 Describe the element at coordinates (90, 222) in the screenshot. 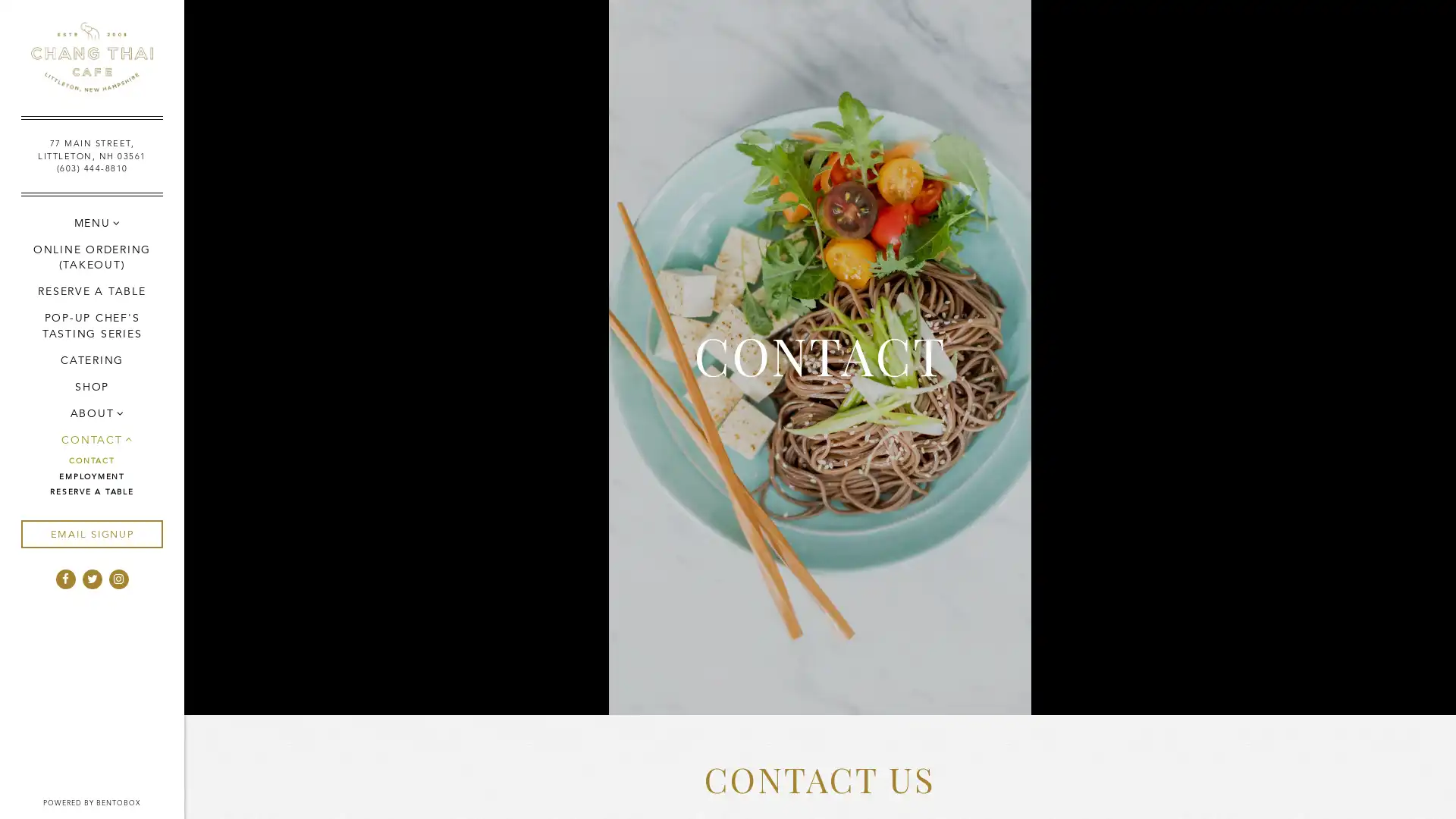

I see `MENU` at that location.